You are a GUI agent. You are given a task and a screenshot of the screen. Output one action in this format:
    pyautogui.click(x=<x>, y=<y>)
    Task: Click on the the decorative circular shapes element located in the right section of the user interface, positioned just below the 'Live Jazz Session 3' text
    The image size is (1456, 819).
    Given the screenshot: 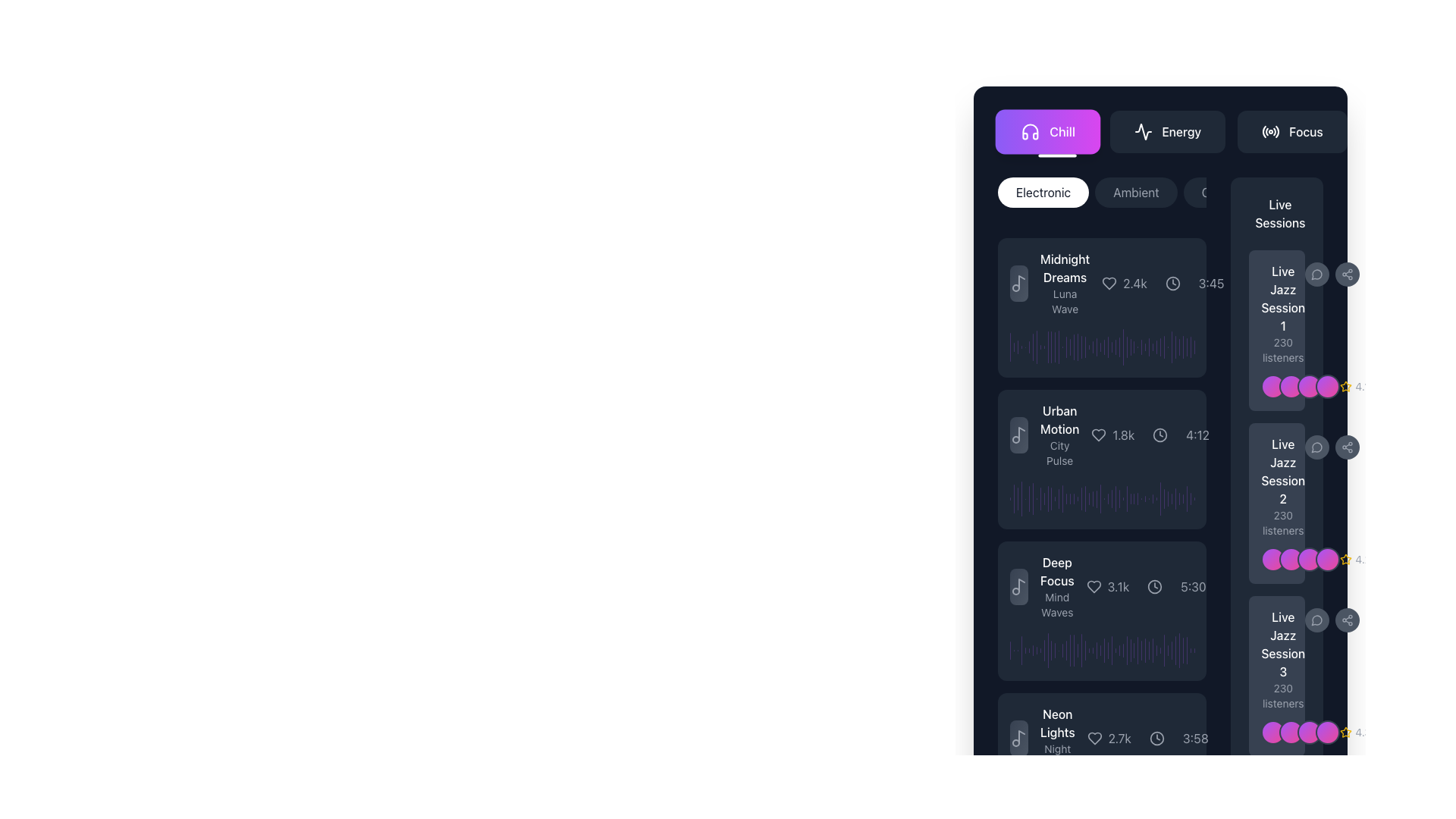 What is the action you would take?
    pyautogui.click(x=1300, y=731)
    